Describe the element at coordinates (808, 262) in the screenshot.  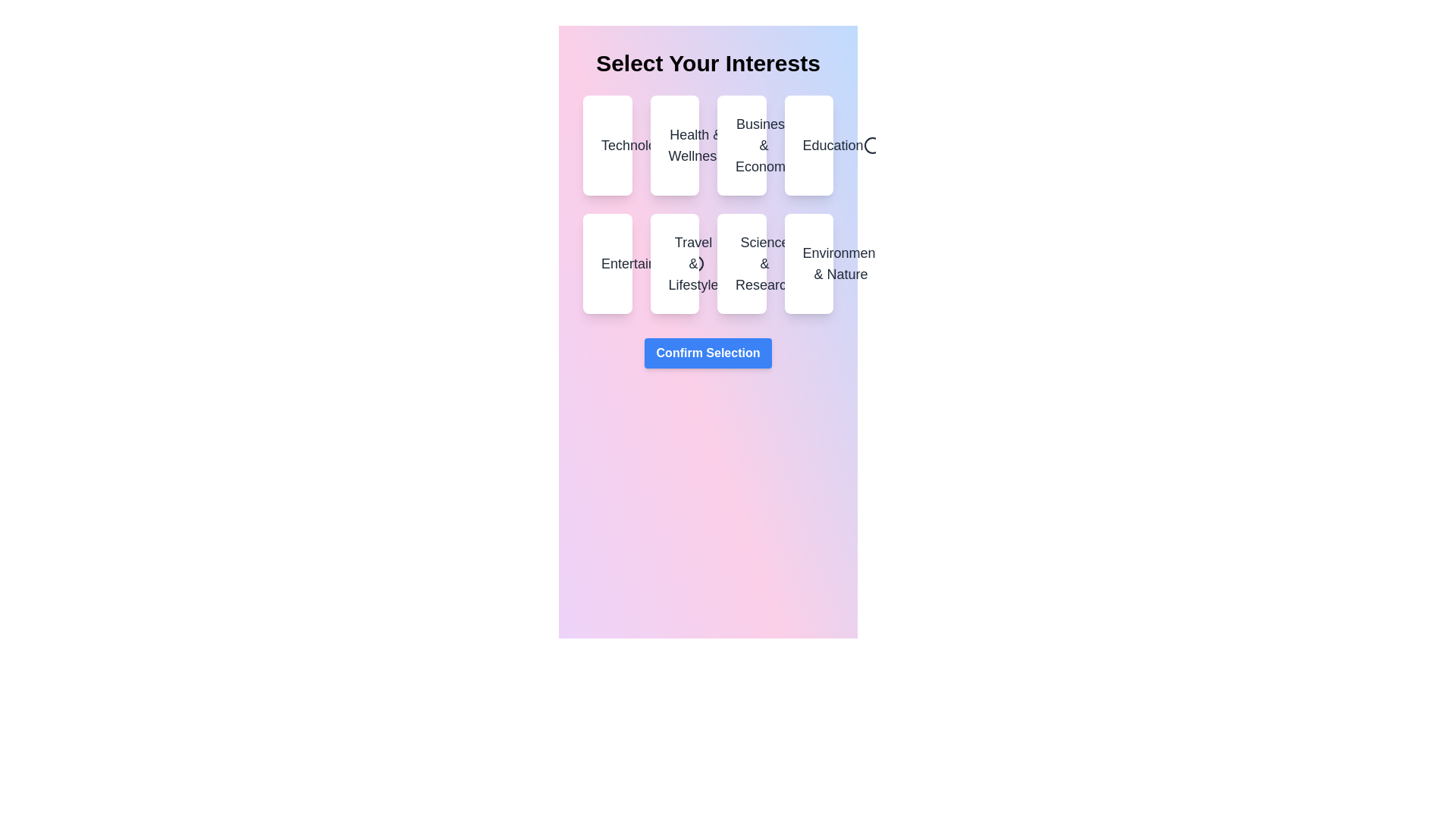
I see `the category Environment & Nature by clicking on it` at that location.